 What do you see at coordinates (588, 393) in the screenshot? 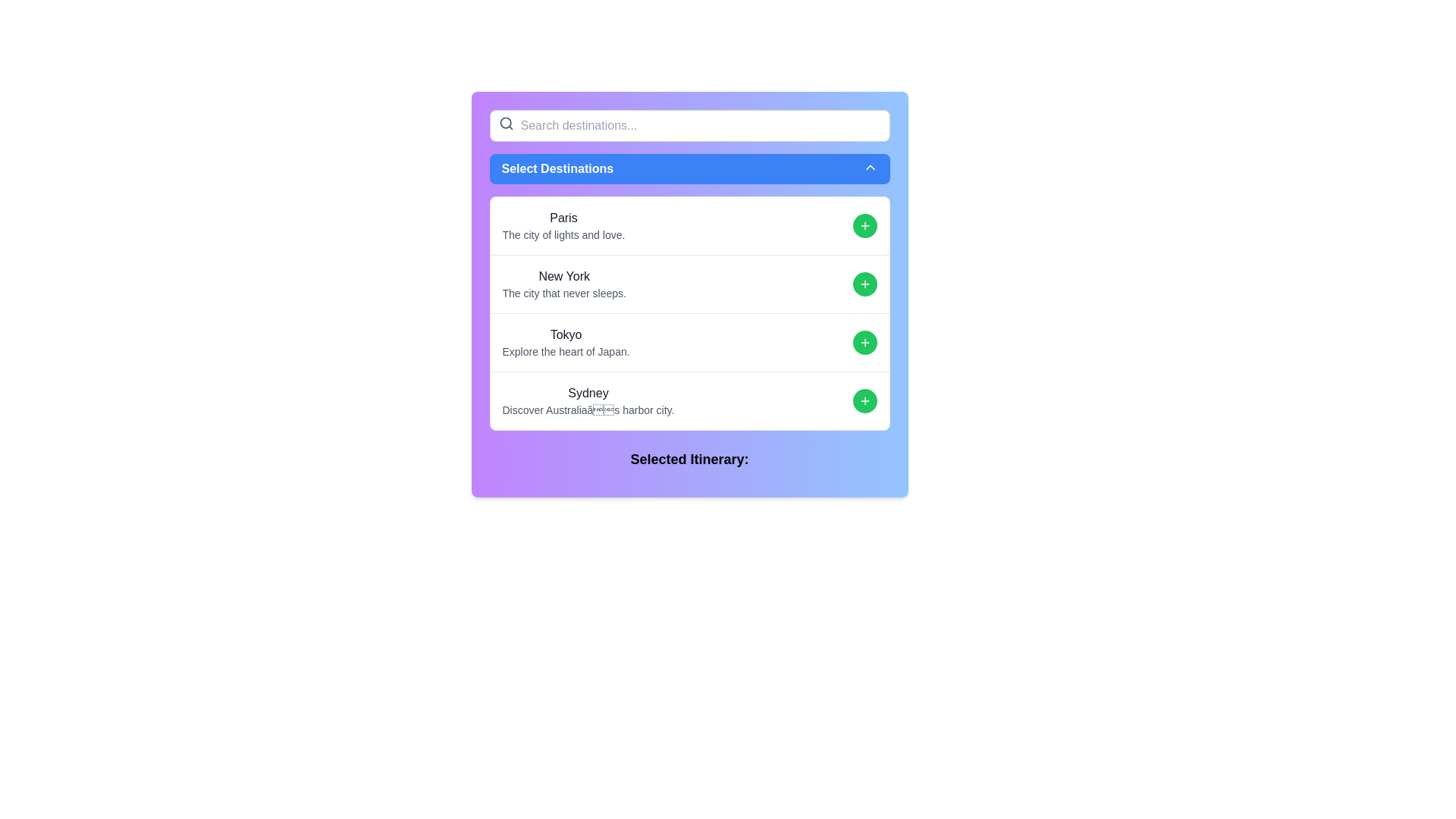
I see `the text label identifying 'Sydney' in the list of selectable destinations within the card interface titled 'Select Destinations'` at bounding box center [588, 393].